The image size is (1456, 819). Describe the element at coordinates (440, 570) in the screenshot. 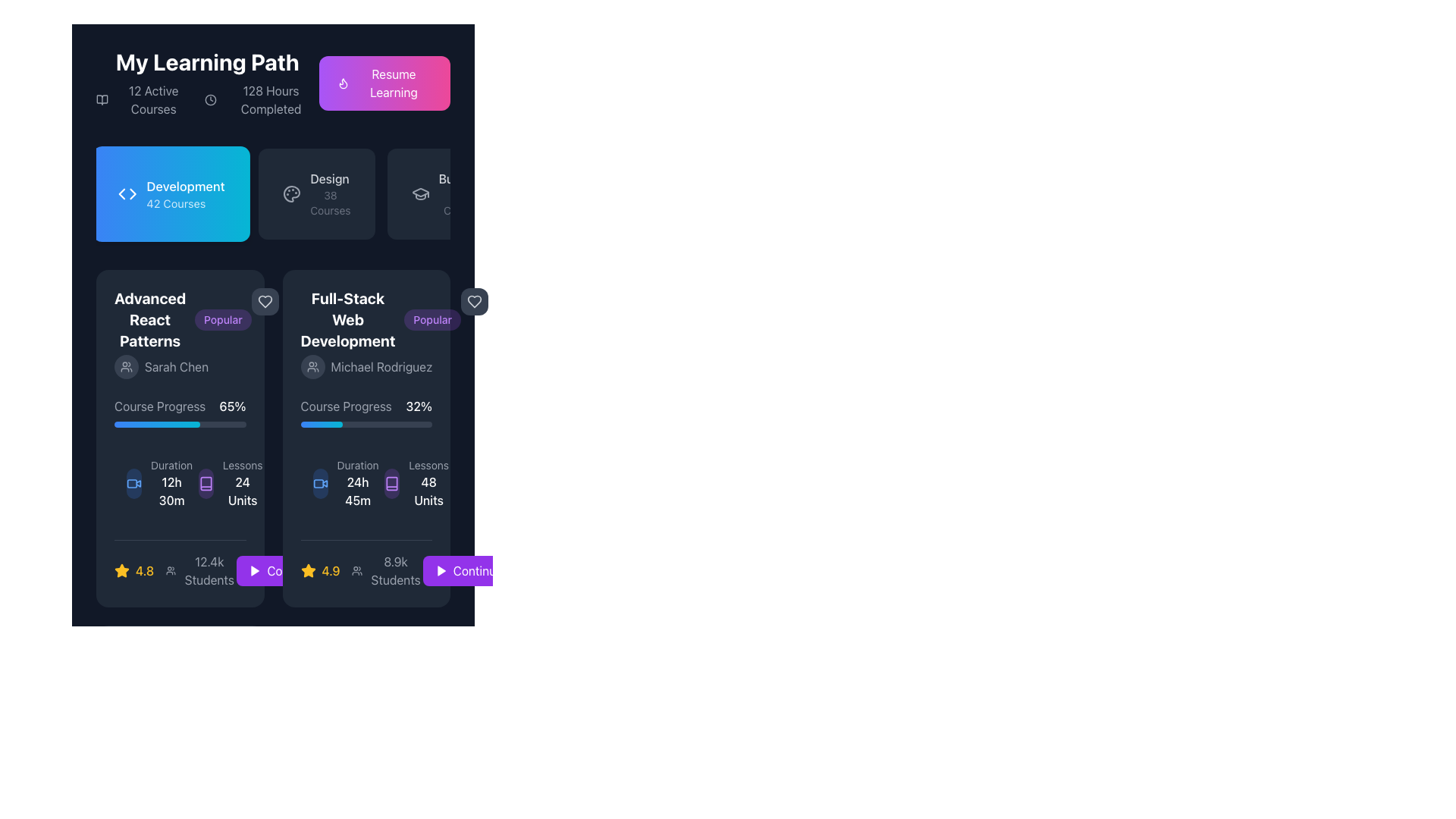

I see `the small triangular play icon with a purple background, located within the 'Continue' button at the bottom-right corner of the dark-themed card layout` at that location.